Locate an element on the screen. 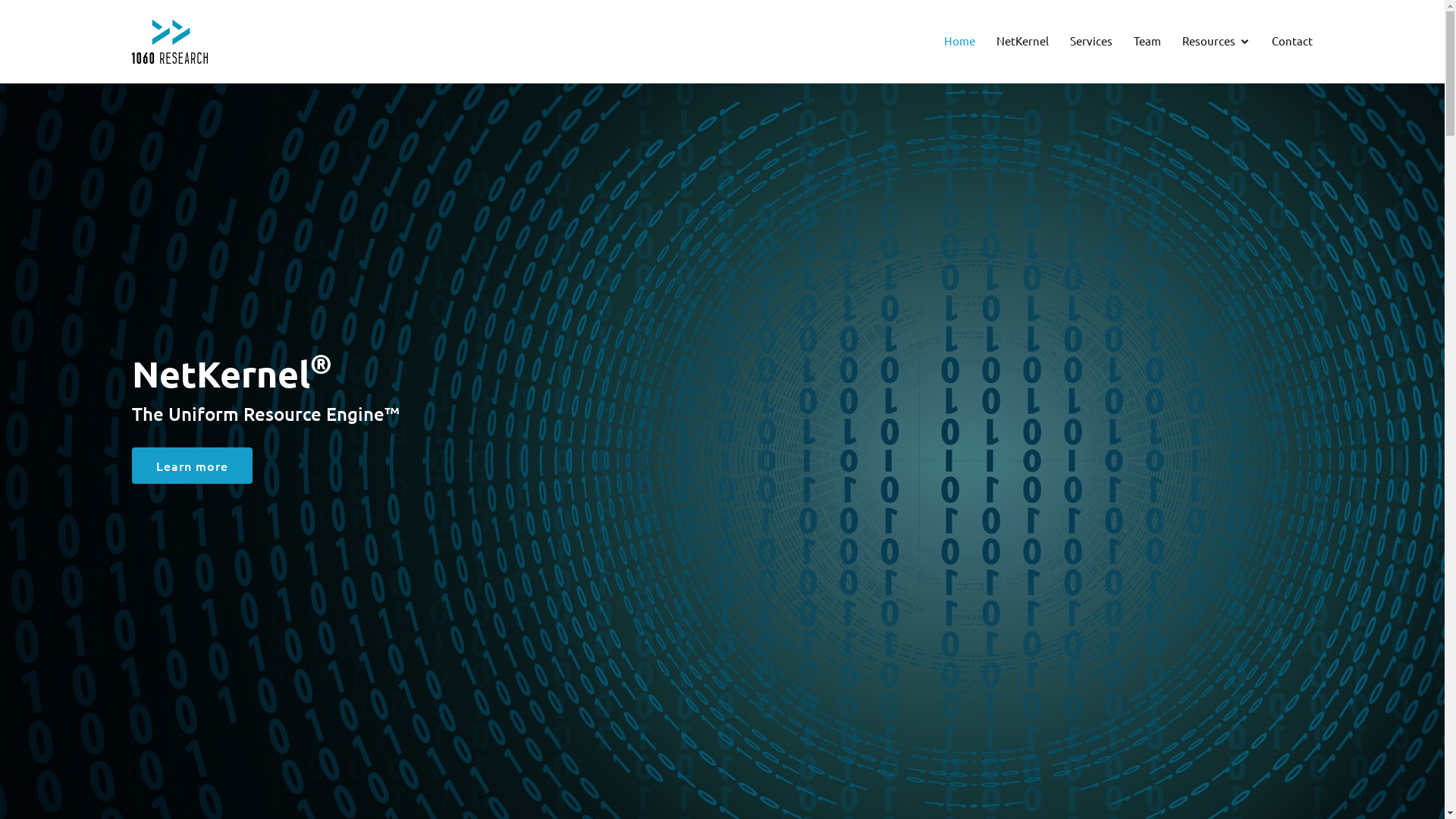 The width and height of the screenshot is (1456, 819). 'Contact' is located at coordinates (1271, 40).